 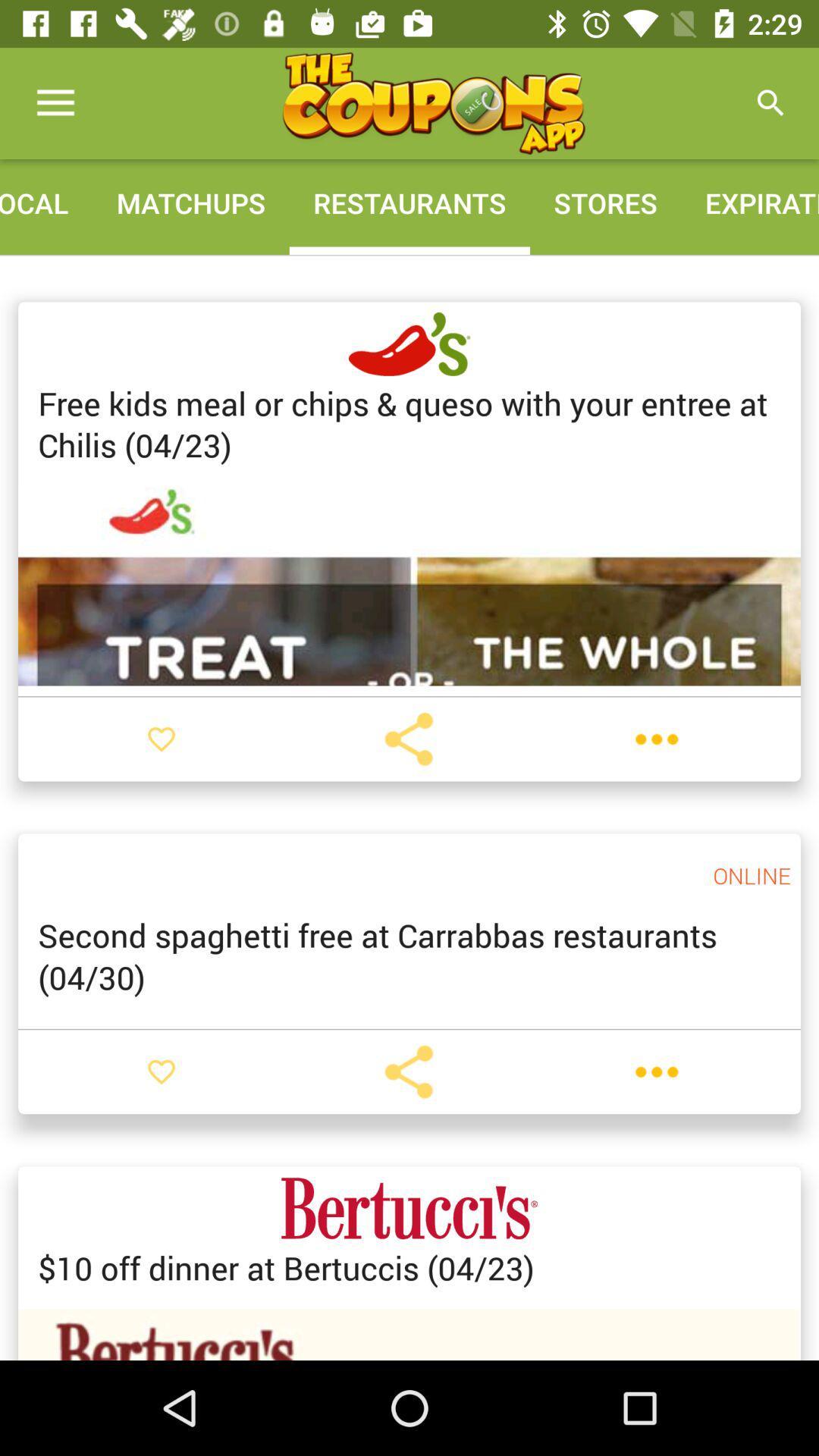 What do you see at coordinates (749, 202) in the screenshot?
I see `the expiration icon` at bounding box center [749, 202].